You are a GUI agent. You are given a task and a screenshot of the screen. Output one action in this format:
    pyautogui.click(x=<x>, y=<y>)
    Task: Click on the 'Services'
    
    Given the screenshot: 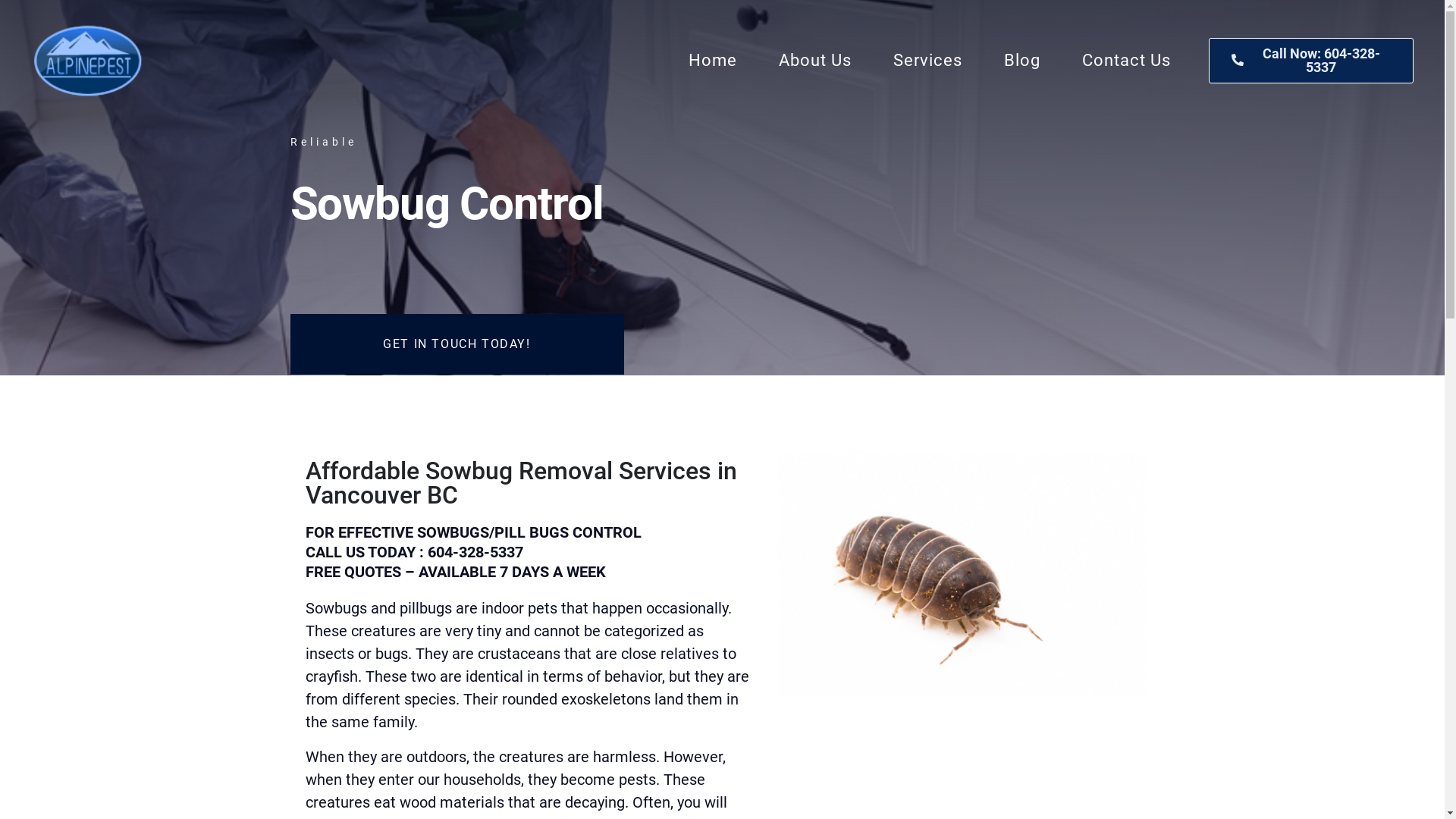 What is the action you would take?
    pyautogui.click(x=927, y=59)
    